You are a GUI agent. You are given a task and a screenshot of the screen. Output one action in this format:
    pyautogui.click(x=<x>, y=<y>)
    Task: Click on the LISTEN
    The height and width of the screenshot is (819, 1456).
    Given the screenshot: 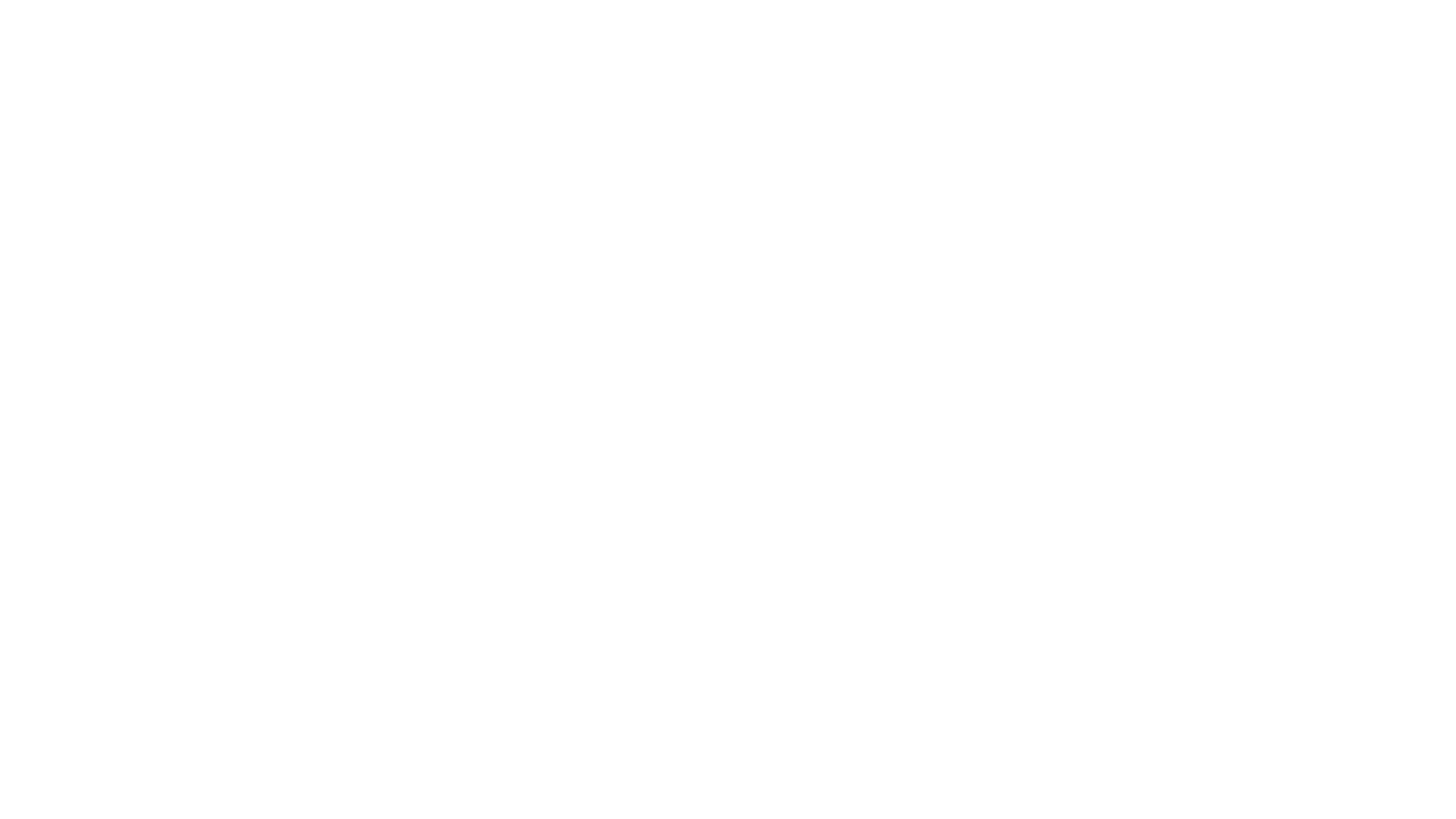 What is the action you would take?
    pyautogui.click(x=447, y=127)
    